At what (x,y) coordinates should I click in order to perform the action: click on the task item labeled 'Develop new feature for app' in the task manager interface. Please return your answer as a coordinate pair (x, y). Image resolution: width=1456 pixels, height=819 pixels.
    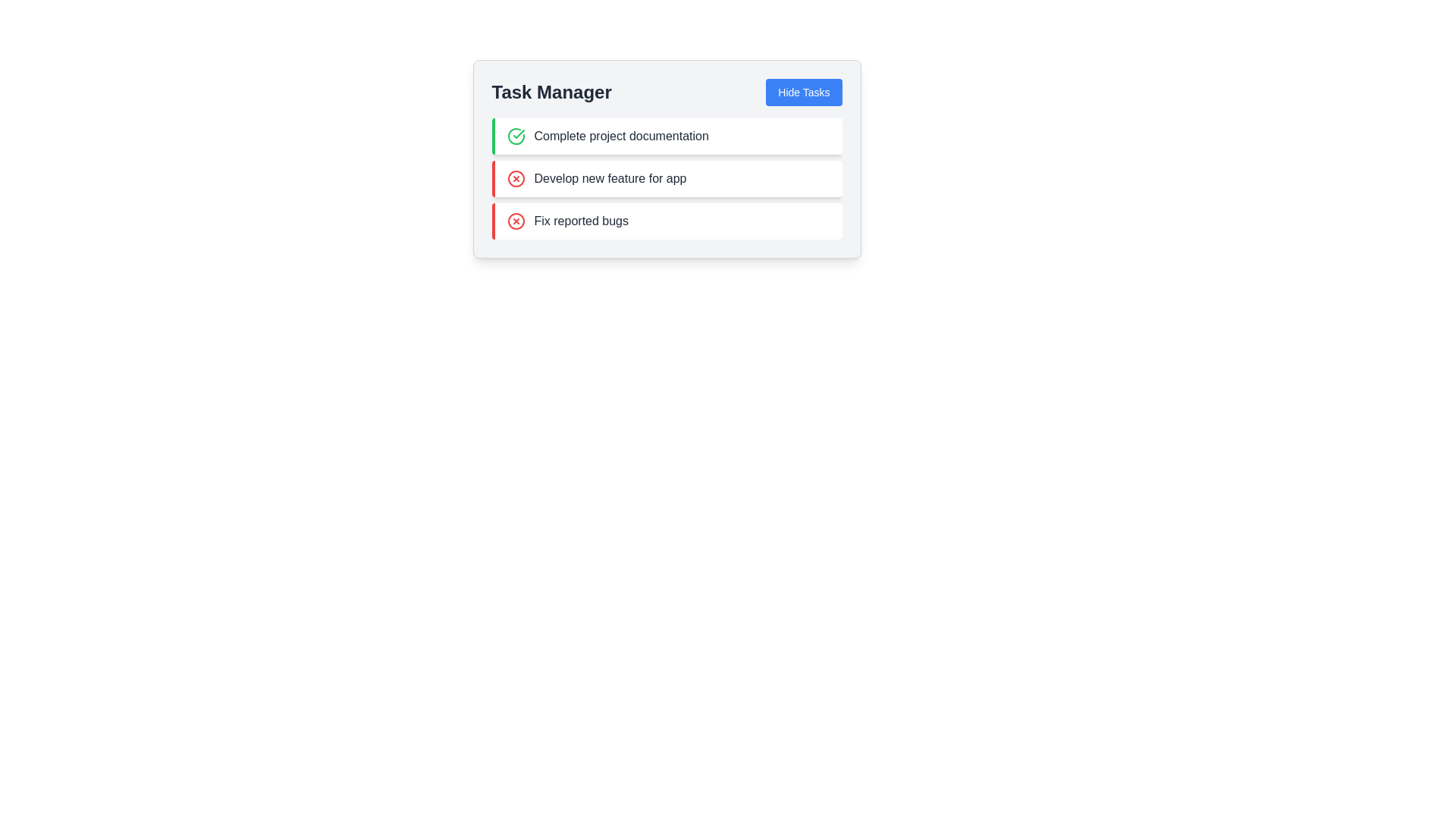
    Looking at the image, I should click on (667, 177).